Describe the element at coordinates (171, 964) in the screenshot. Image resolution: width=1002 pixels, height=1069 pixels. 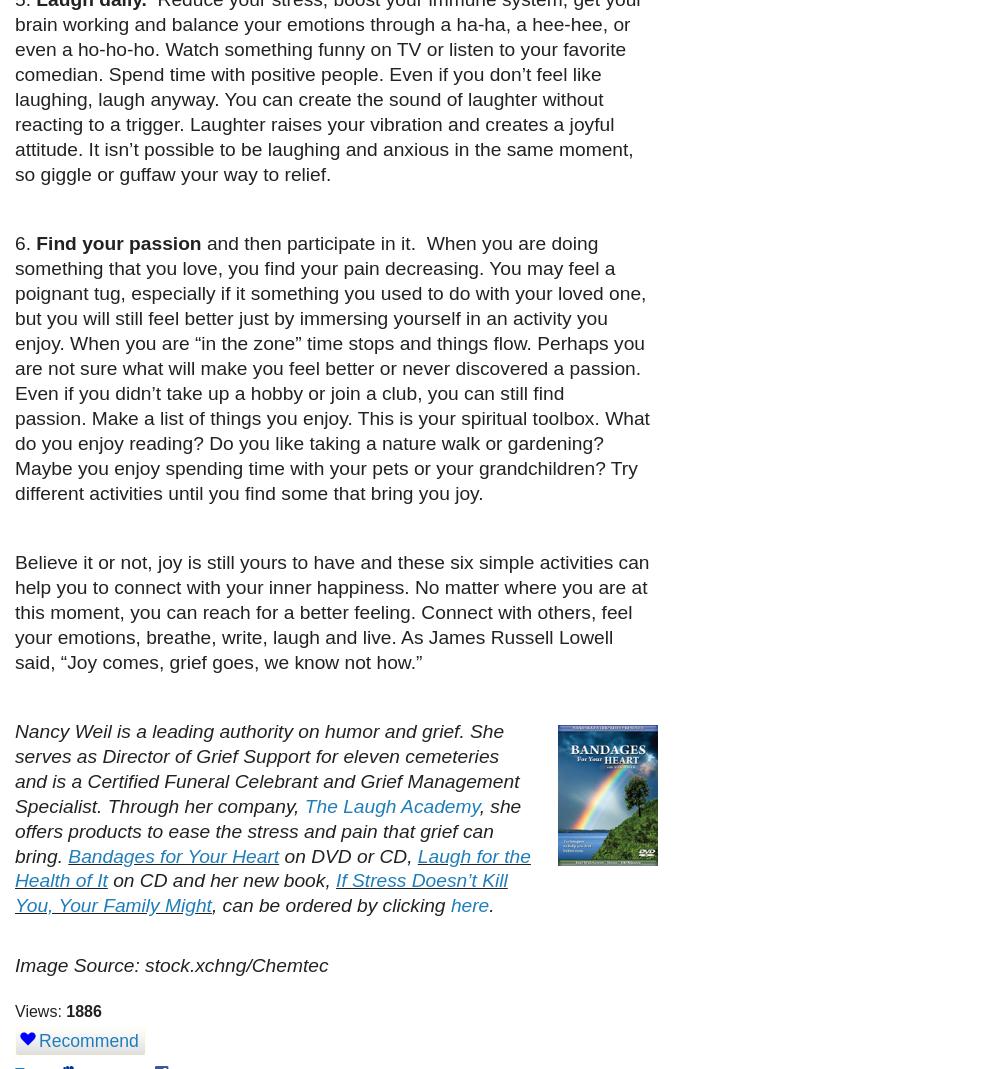
I see `'Image Source: stock.xchng/Chemtec'` at that location.